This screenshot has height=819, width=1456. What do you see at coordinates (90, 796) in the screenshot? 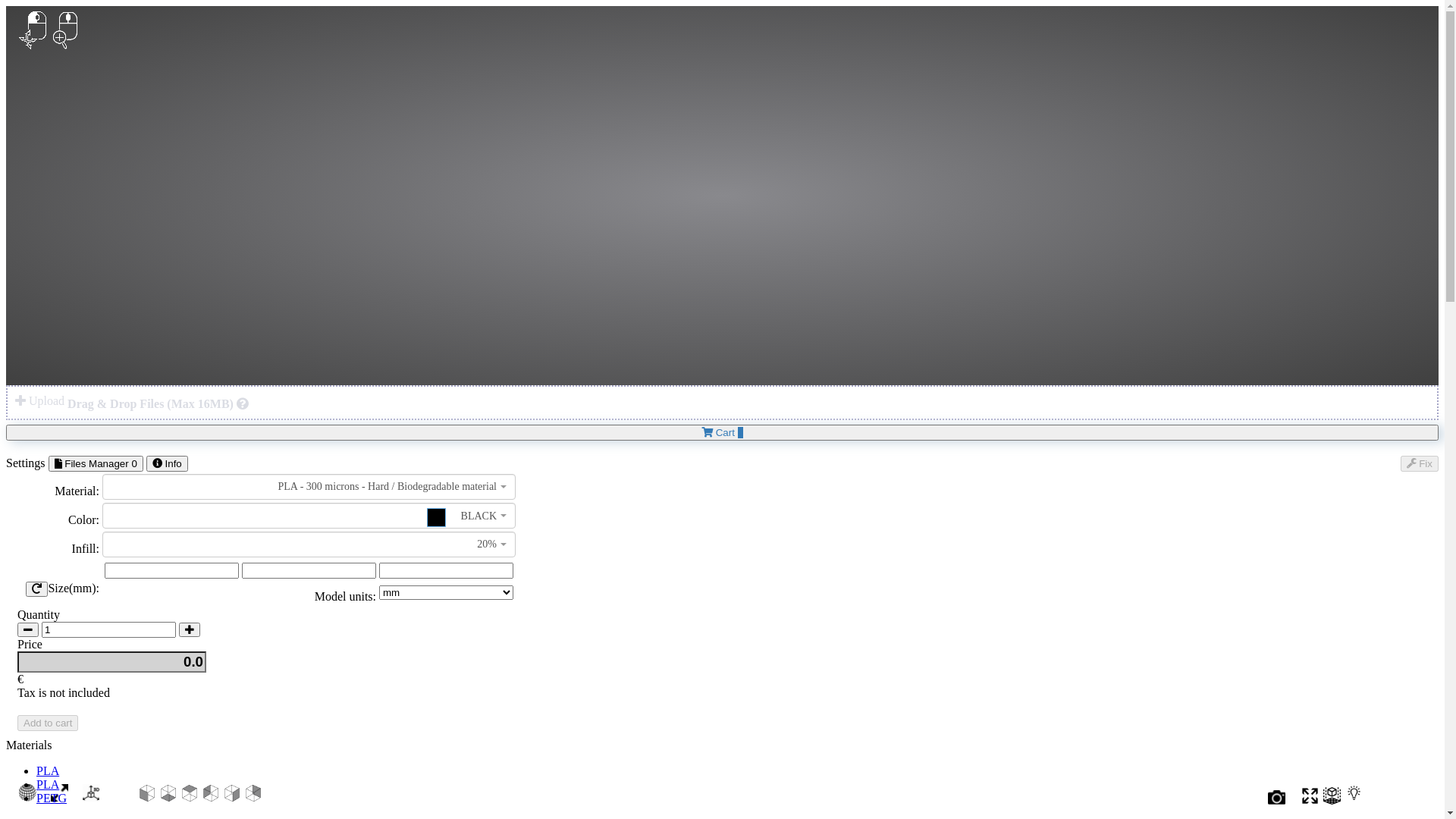
I see `'Axes'` at bounding box center [90, 796].